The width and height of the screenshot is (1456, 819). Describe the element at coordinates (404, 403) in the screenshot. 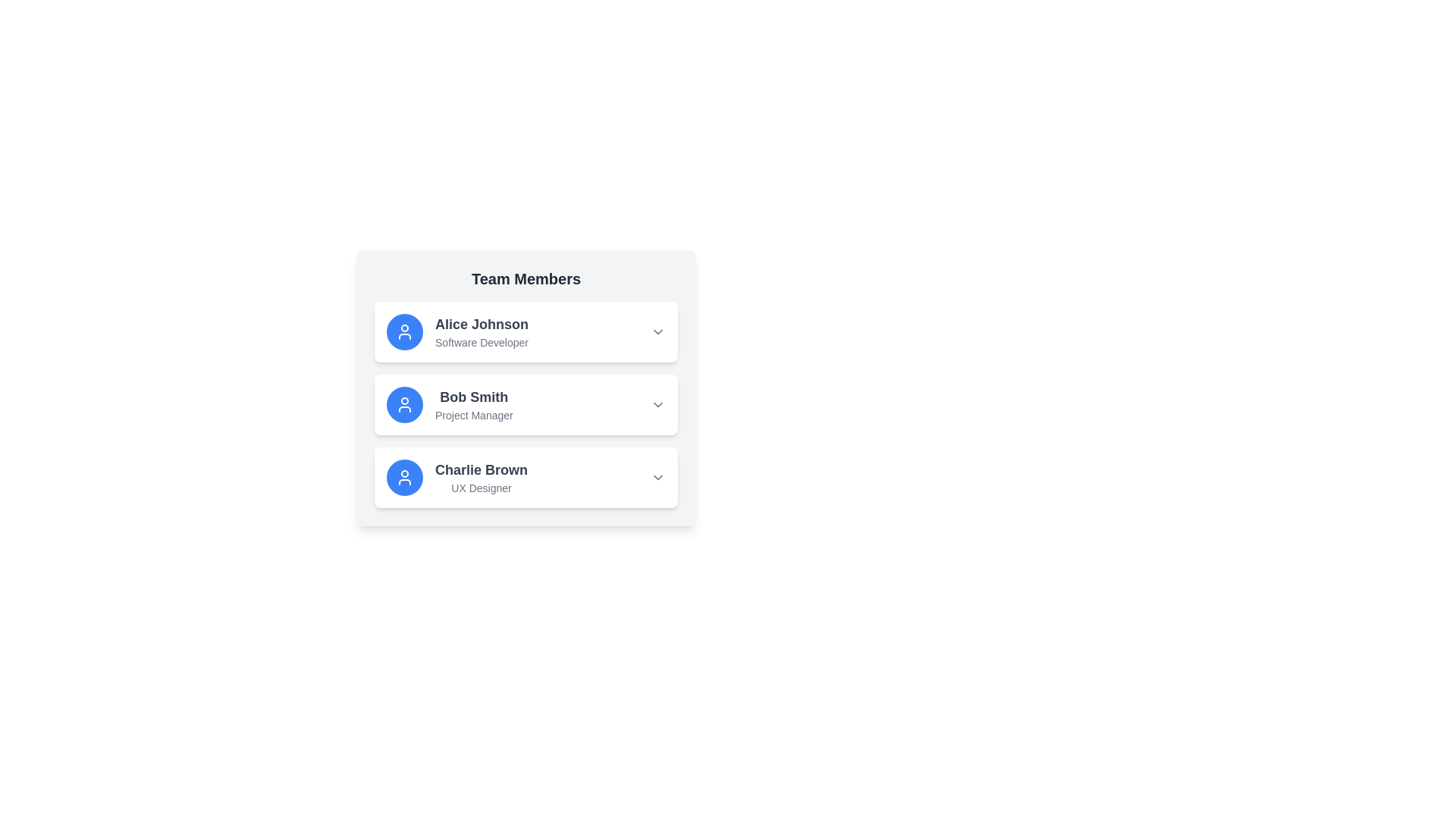

I see `the user's profile icon for Bob Smith, which is styled as a silhouette and located inside a circular blue button` at that location.